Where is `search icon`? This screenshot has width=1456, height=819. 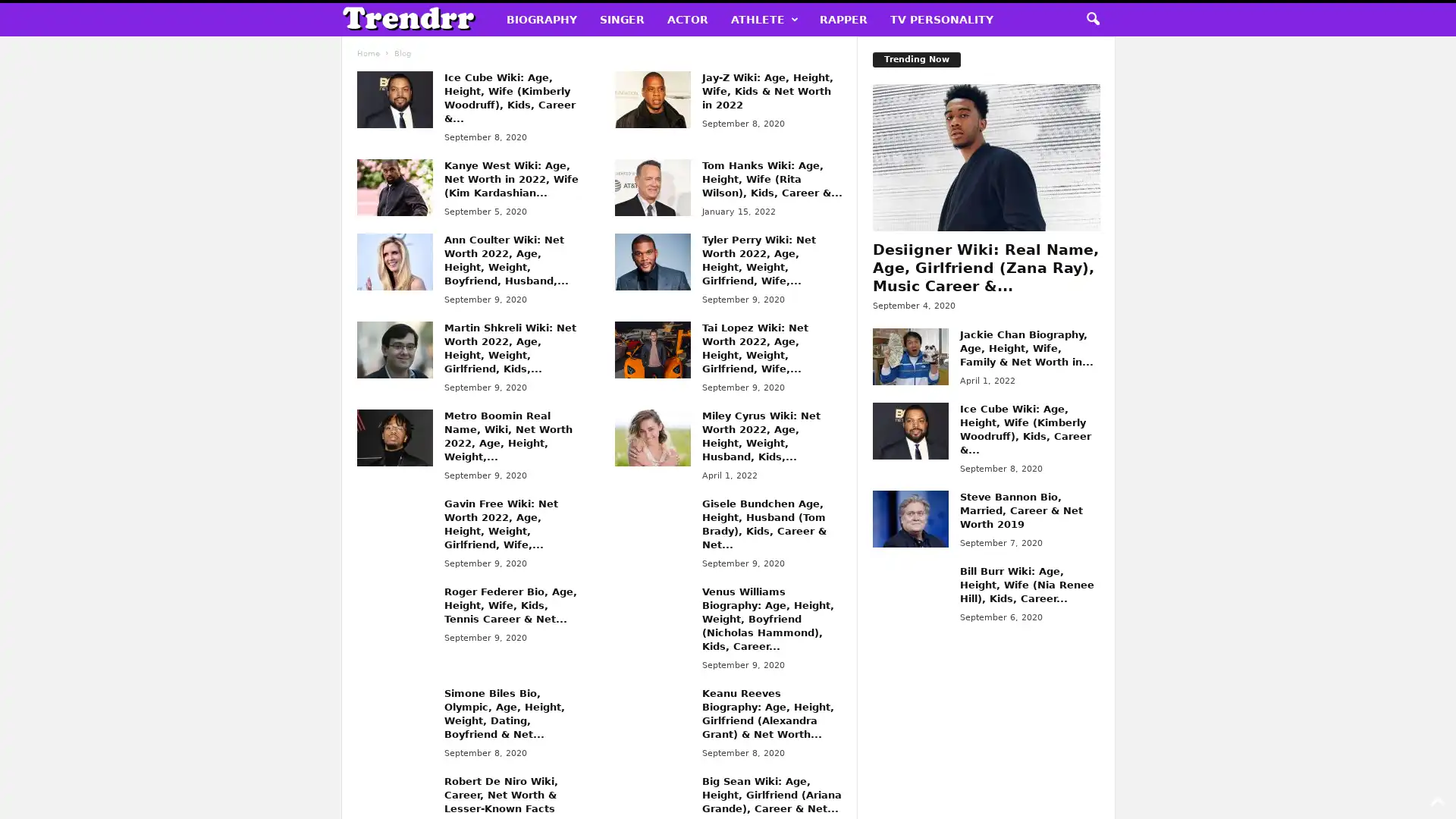 search icon is located at coordinates (1092, 20).